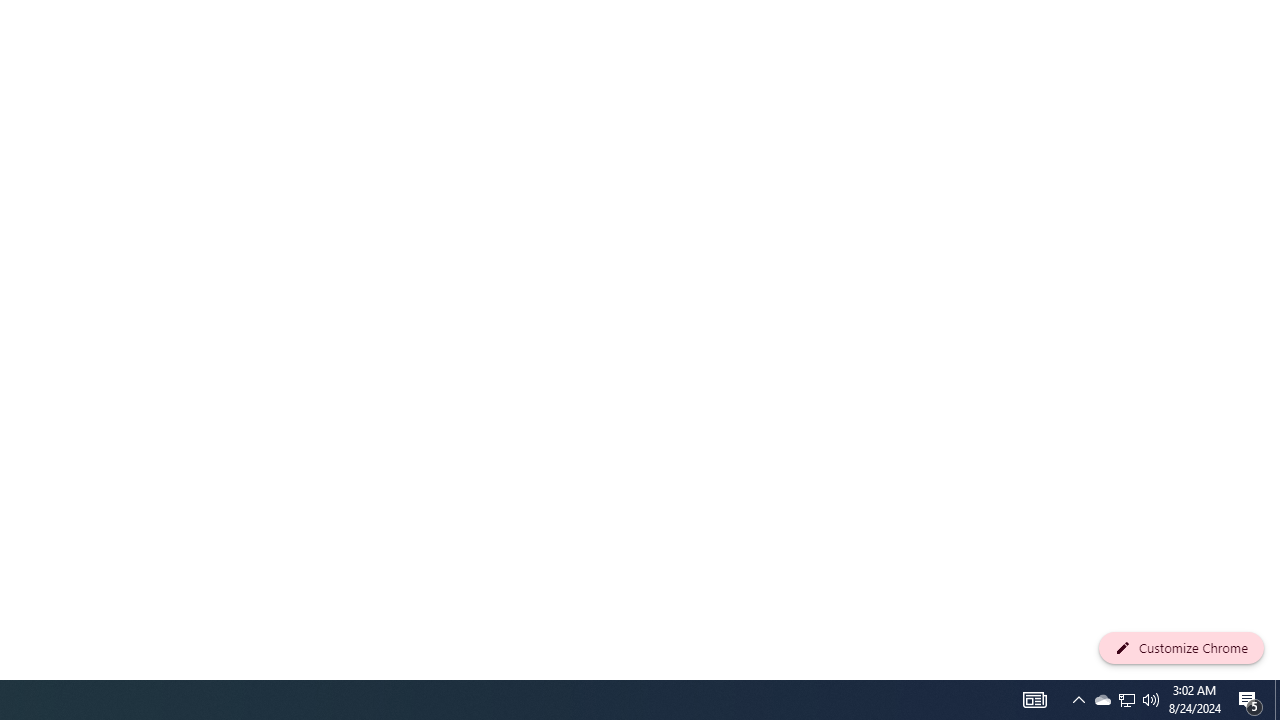 Image resolution: width=1280 pixels, height=720 pixels. Describe the element at coordinates (1181, 648) in the screenshot. I see `'Customize Chrome'` at that location.